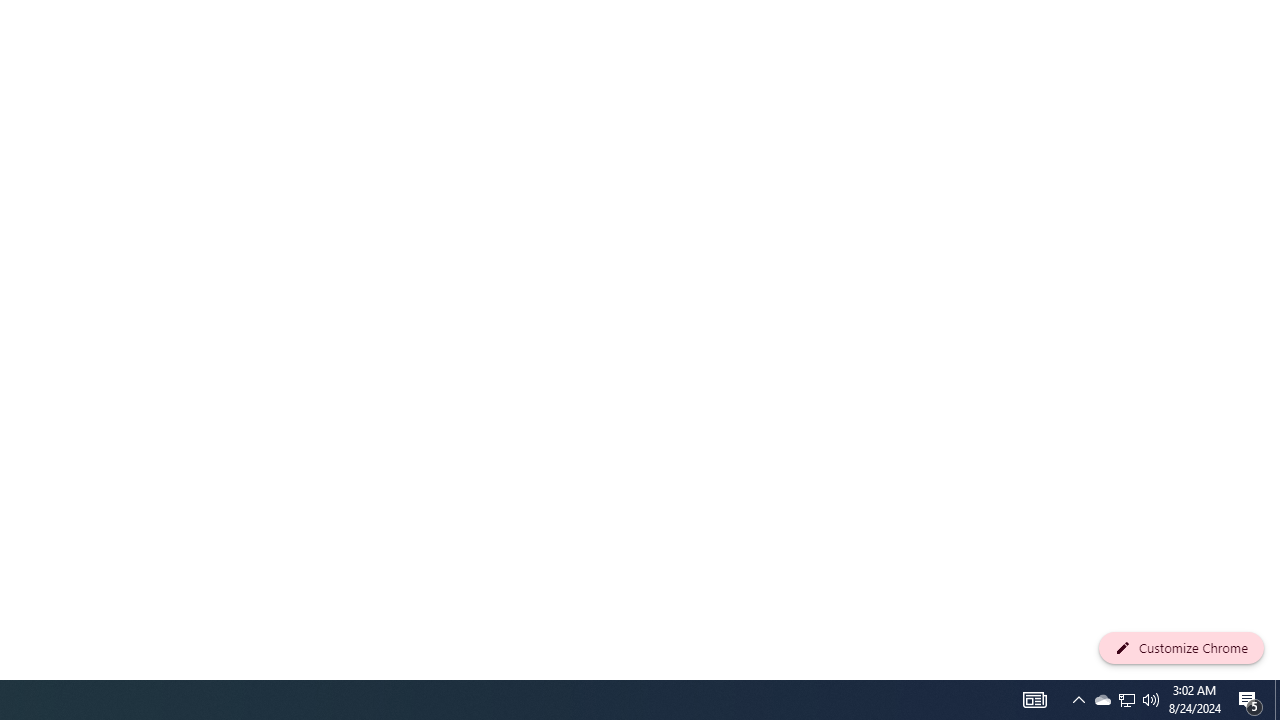 Image resolution: width=1280 pixels, height=720 pixels. Describe the element at coordinates (1181, 648) in the screenshot. I see `'Customize Chrome'` at that location.